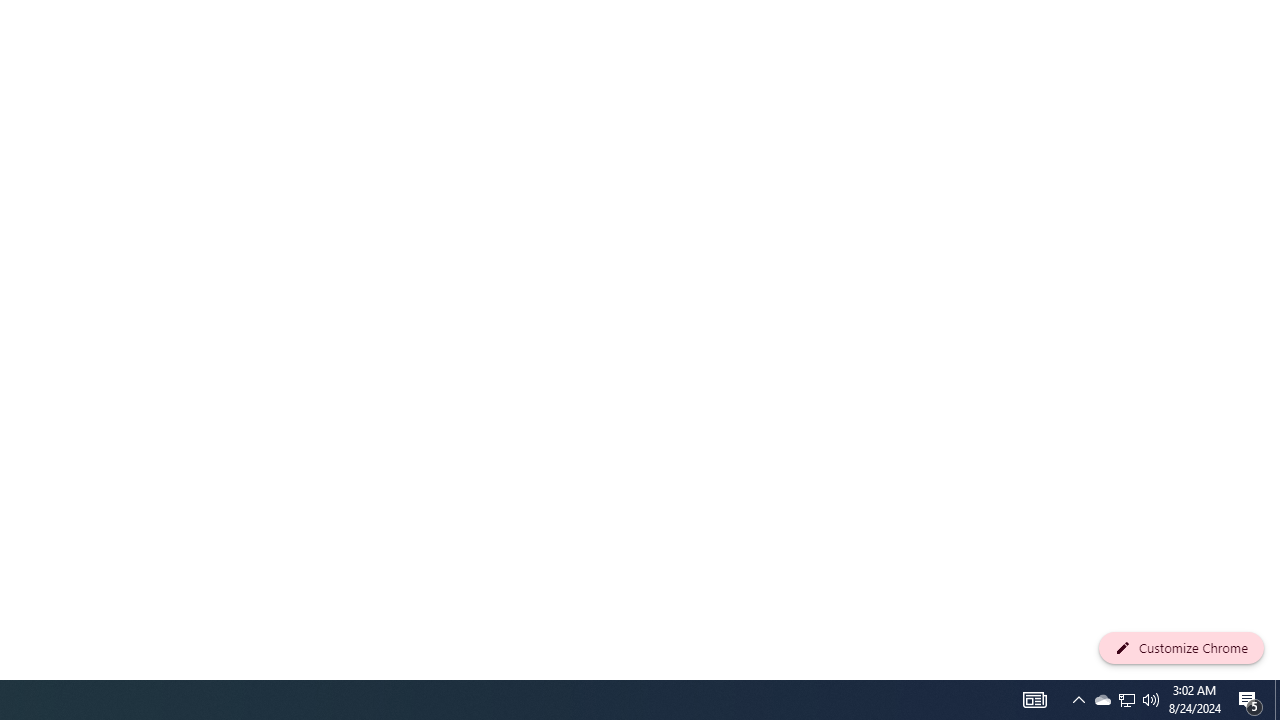 Image resolution: width=1280 pixels, height=720 pixels. Describe the element at coordinates (1181, 648) in the screenshot. I see `'Customize Chrome'` at that location.